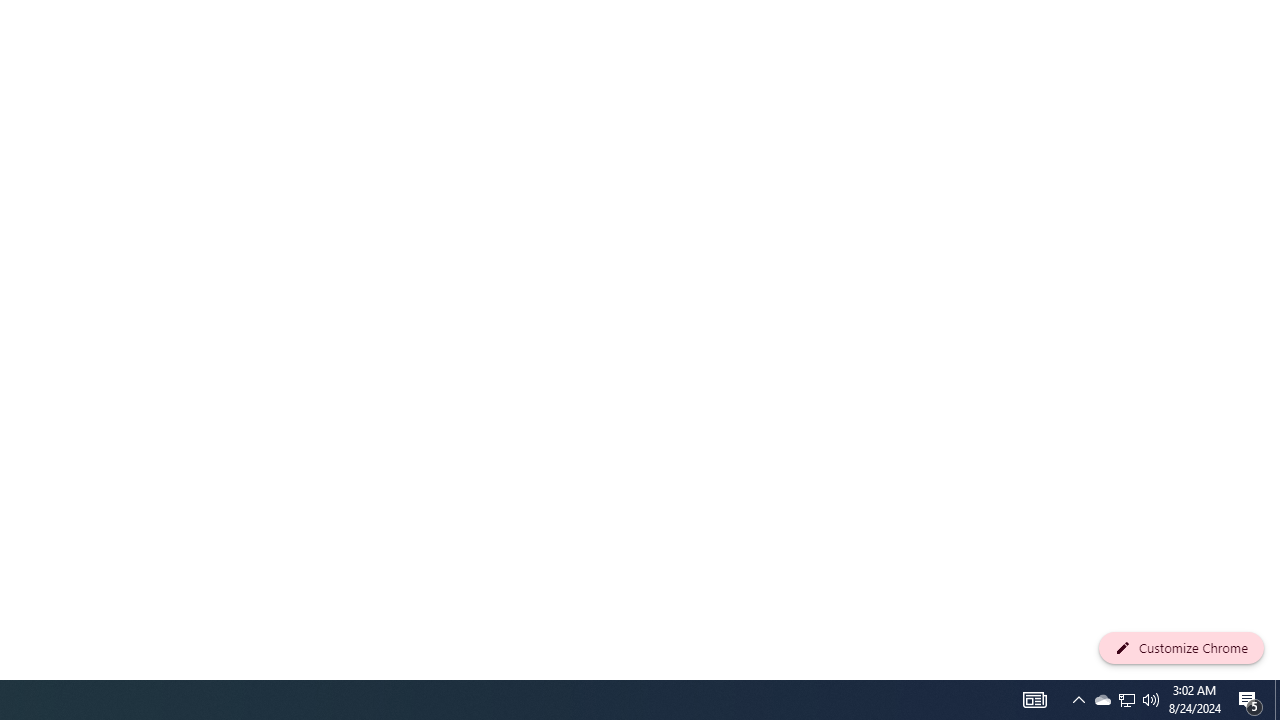 Image resolution: width=1280 pixels, height=720 pixels. Describe the element at coordinates (1181, 648) in the screenshot. I see `'Customize Chrome'` at that location.